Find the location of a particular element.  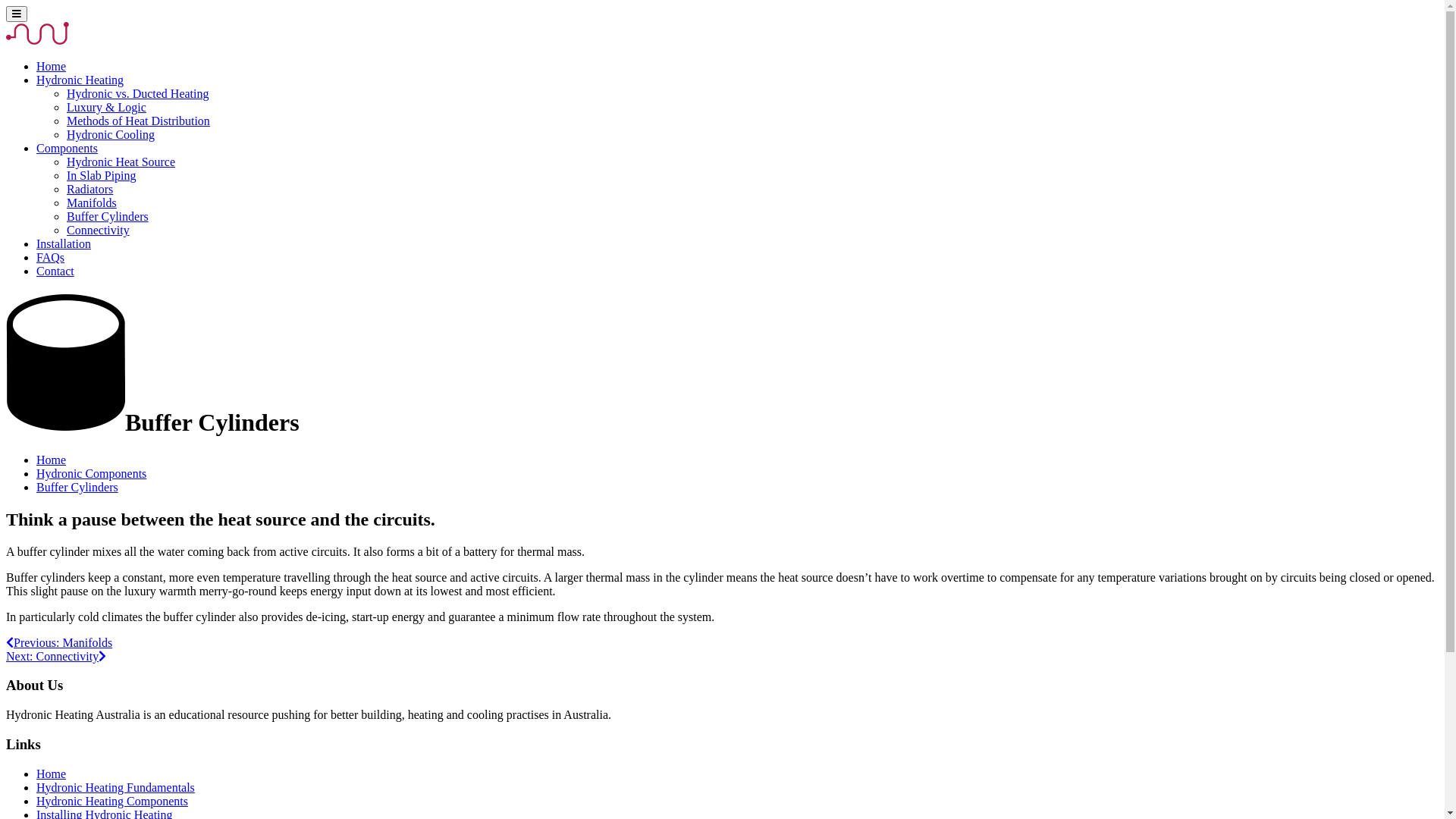

'Hydronic vs. Ducted Heating' is located at coordinates (138, 93).